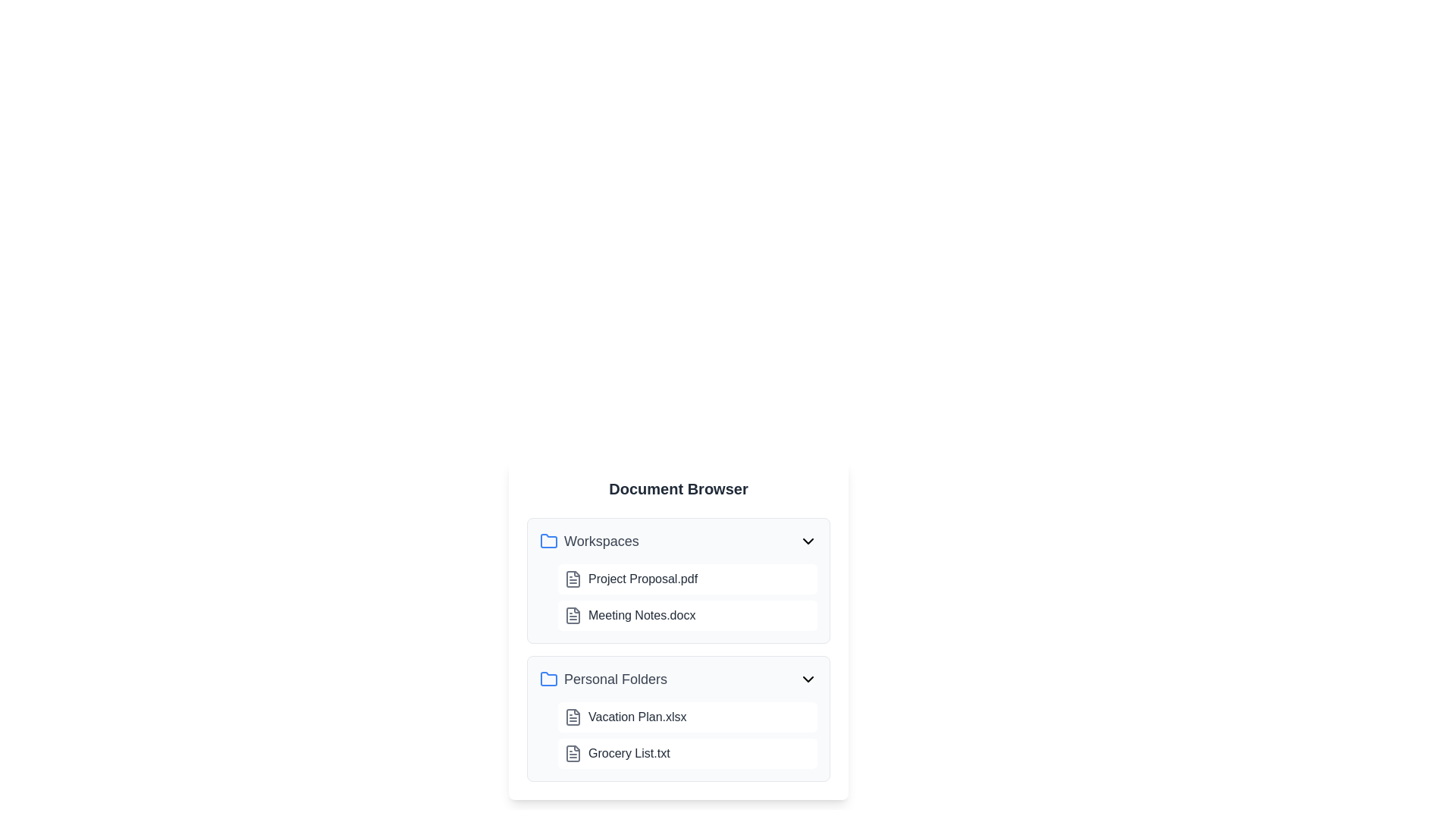 This screenshot has width=1456, height=819. Describe the element at coordinates (572, 616) in the screenshot. I see `the document file icon resembling a gray document with horizontal text lines, located to the left of 'Meeting Notes.docx' in the 'Workspaces' section of the 'Document Browser'` at that location.